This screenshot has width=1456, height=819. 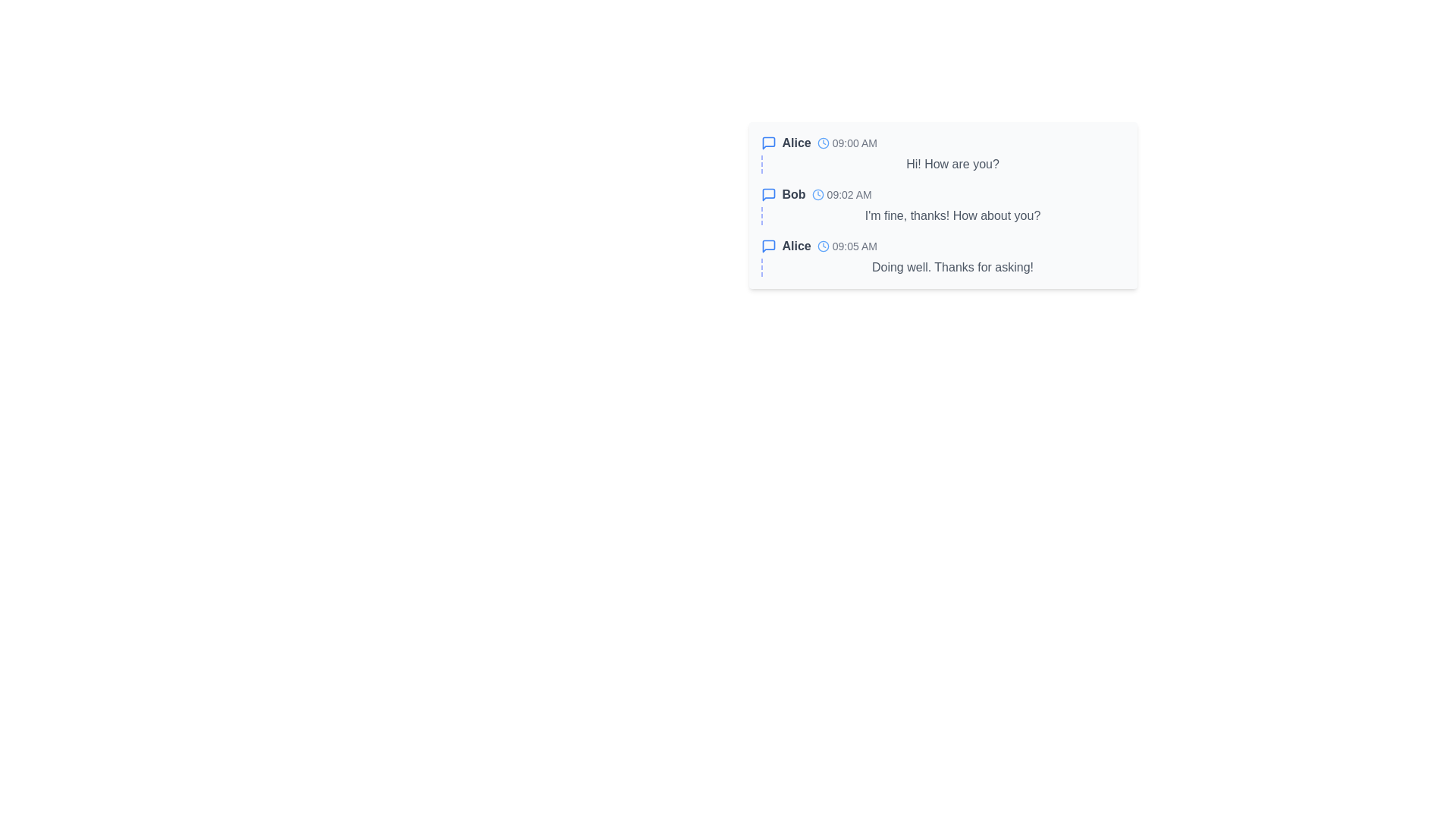 What do you see at coordinates (942, 216) in the screenshot?
I see `the text content that displays 'I'm fine, thanks! How about you?' styled in gray color, located under the label 'Bob 09:02 AM'` at bounding box center [942, 216].